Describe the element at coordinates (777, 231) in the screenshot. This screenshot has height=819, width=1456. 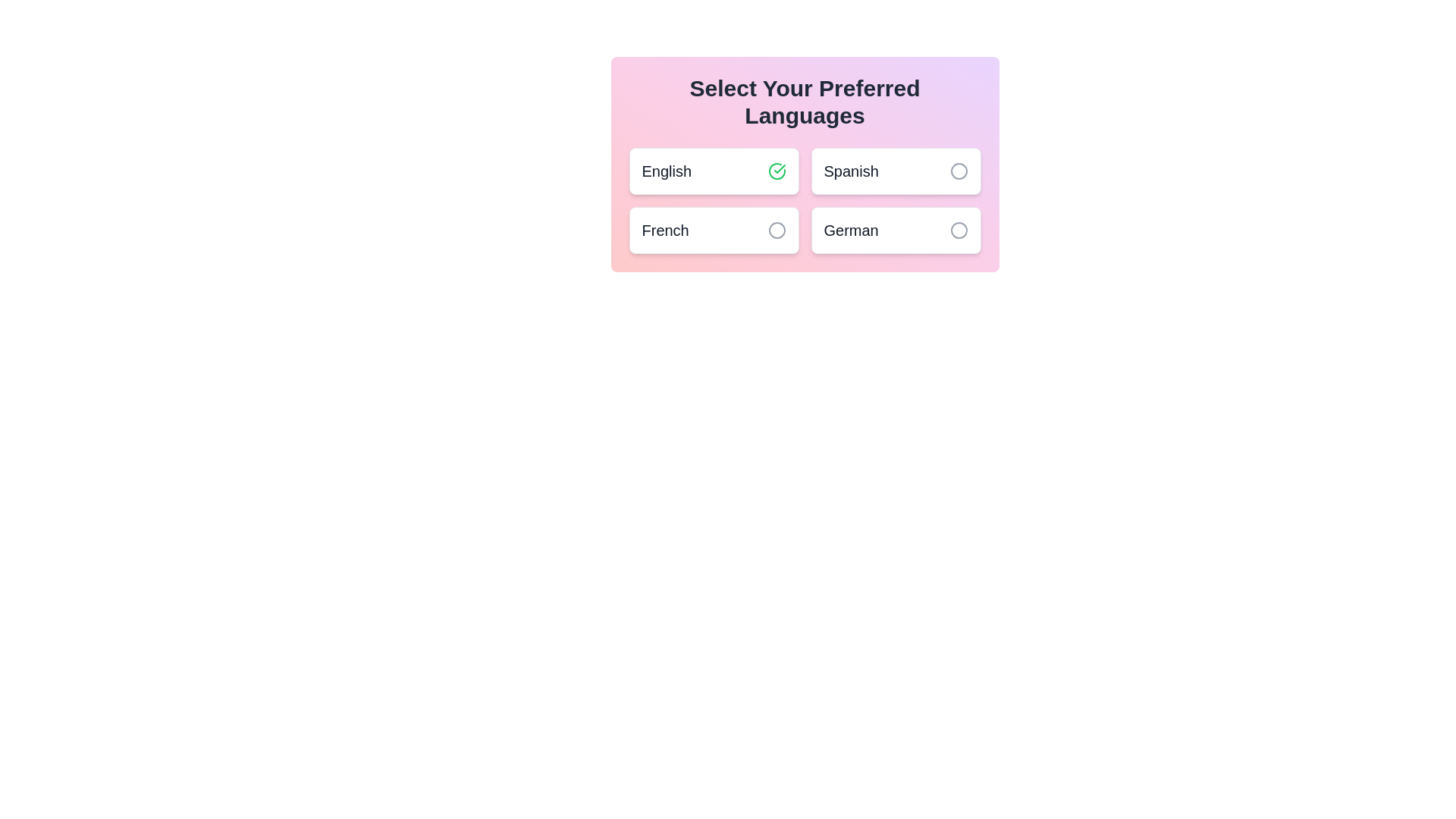
I see `the language French by clicking its associated button` at that location.